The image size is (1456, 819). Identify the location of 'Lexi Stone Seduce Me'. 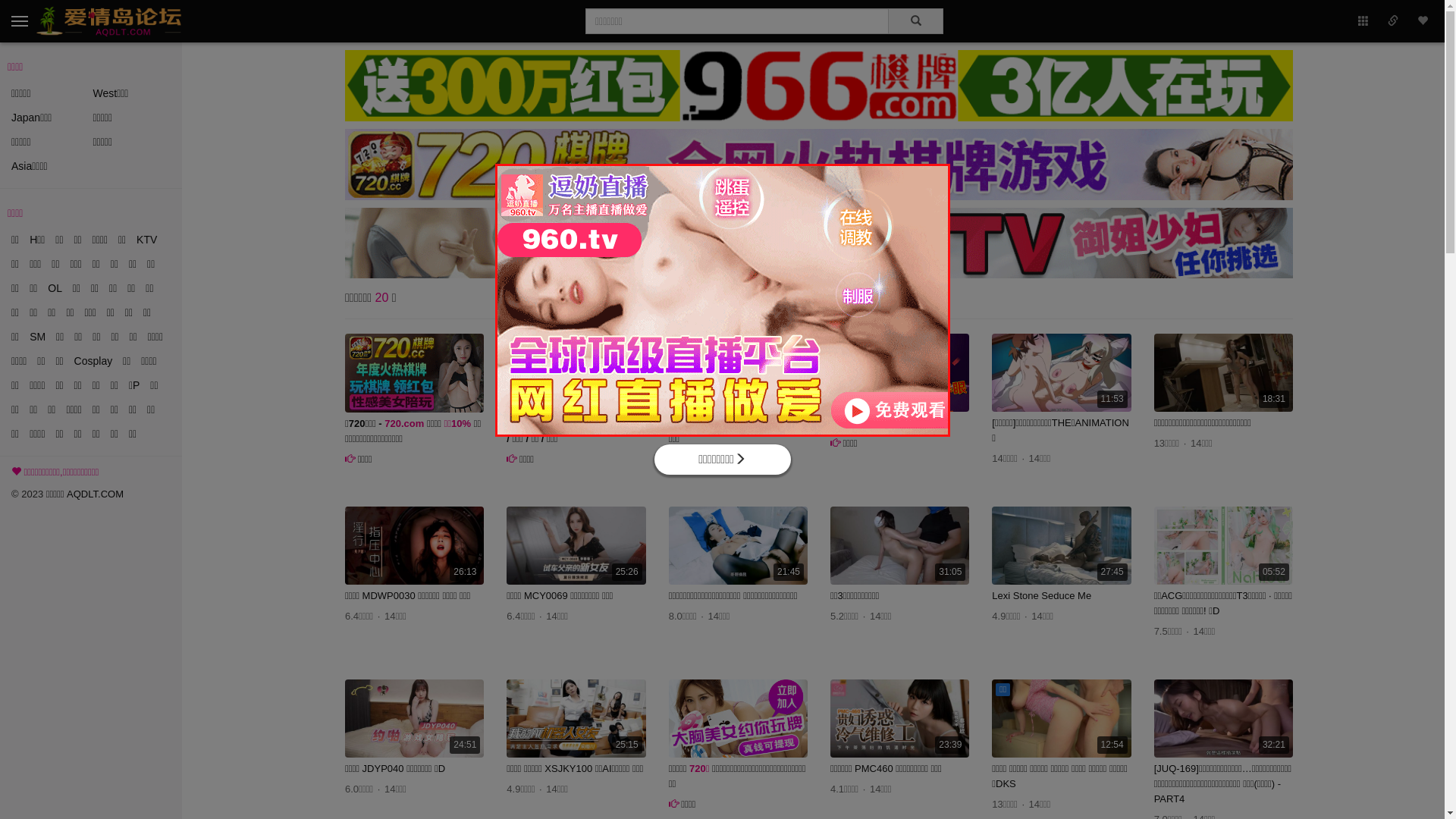
(1040, 595).